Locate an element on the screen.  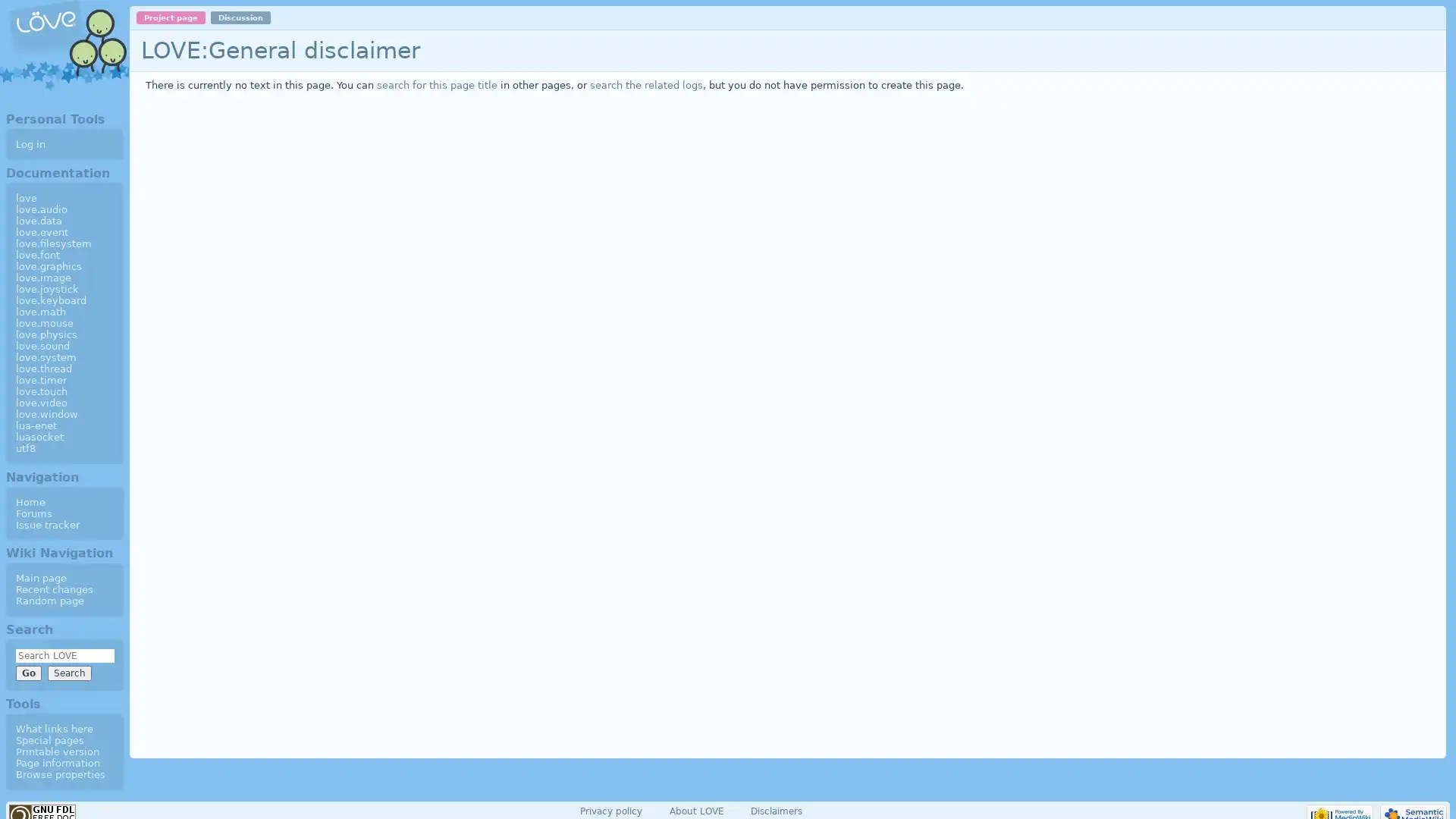
Search is located at coordinates (68, 672).